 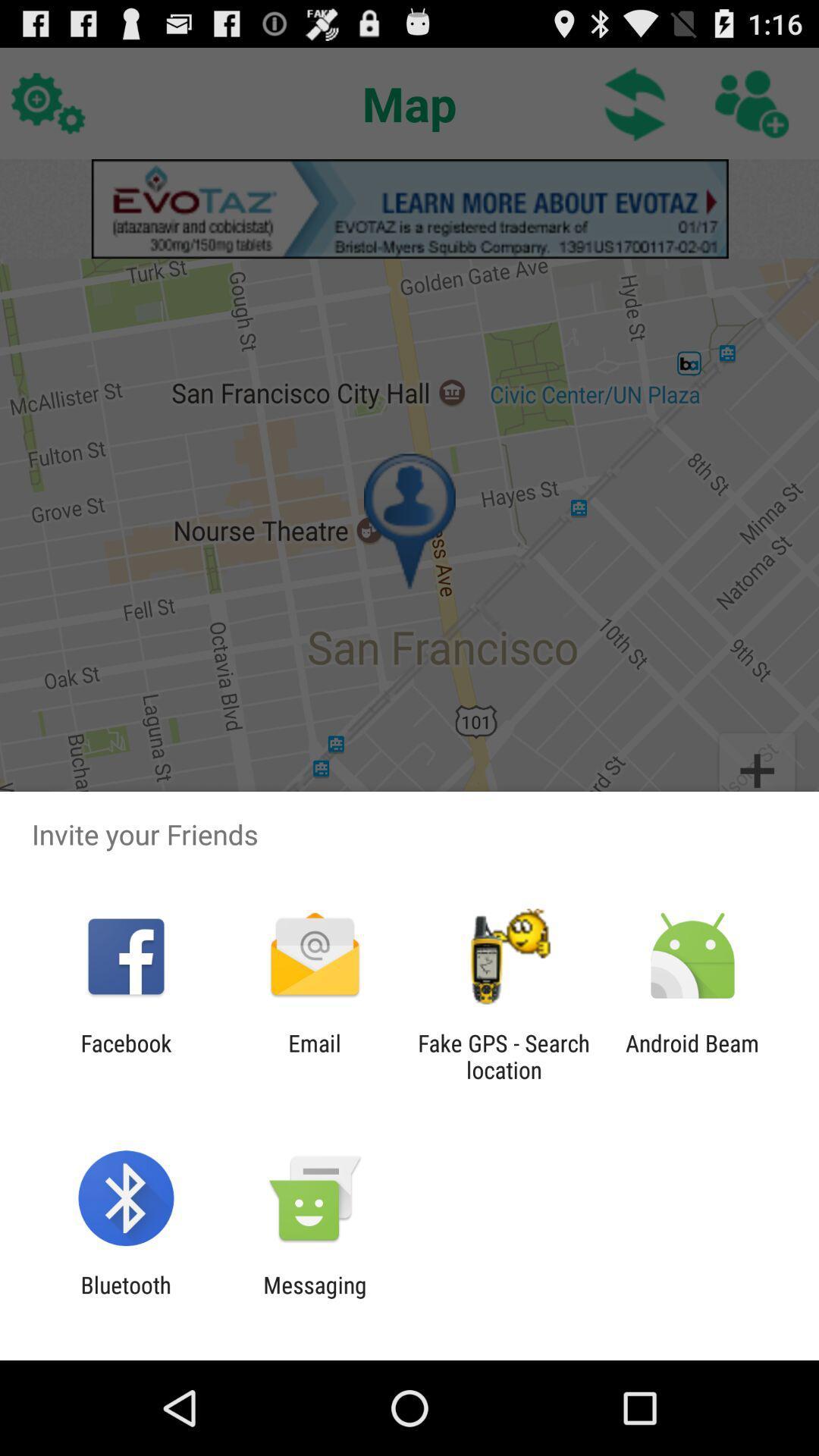 What do you see at coordinates (314, 1056) in the screenshot?
I see `the item to the left of fake gps search item` at bounding box center [314, 1056].